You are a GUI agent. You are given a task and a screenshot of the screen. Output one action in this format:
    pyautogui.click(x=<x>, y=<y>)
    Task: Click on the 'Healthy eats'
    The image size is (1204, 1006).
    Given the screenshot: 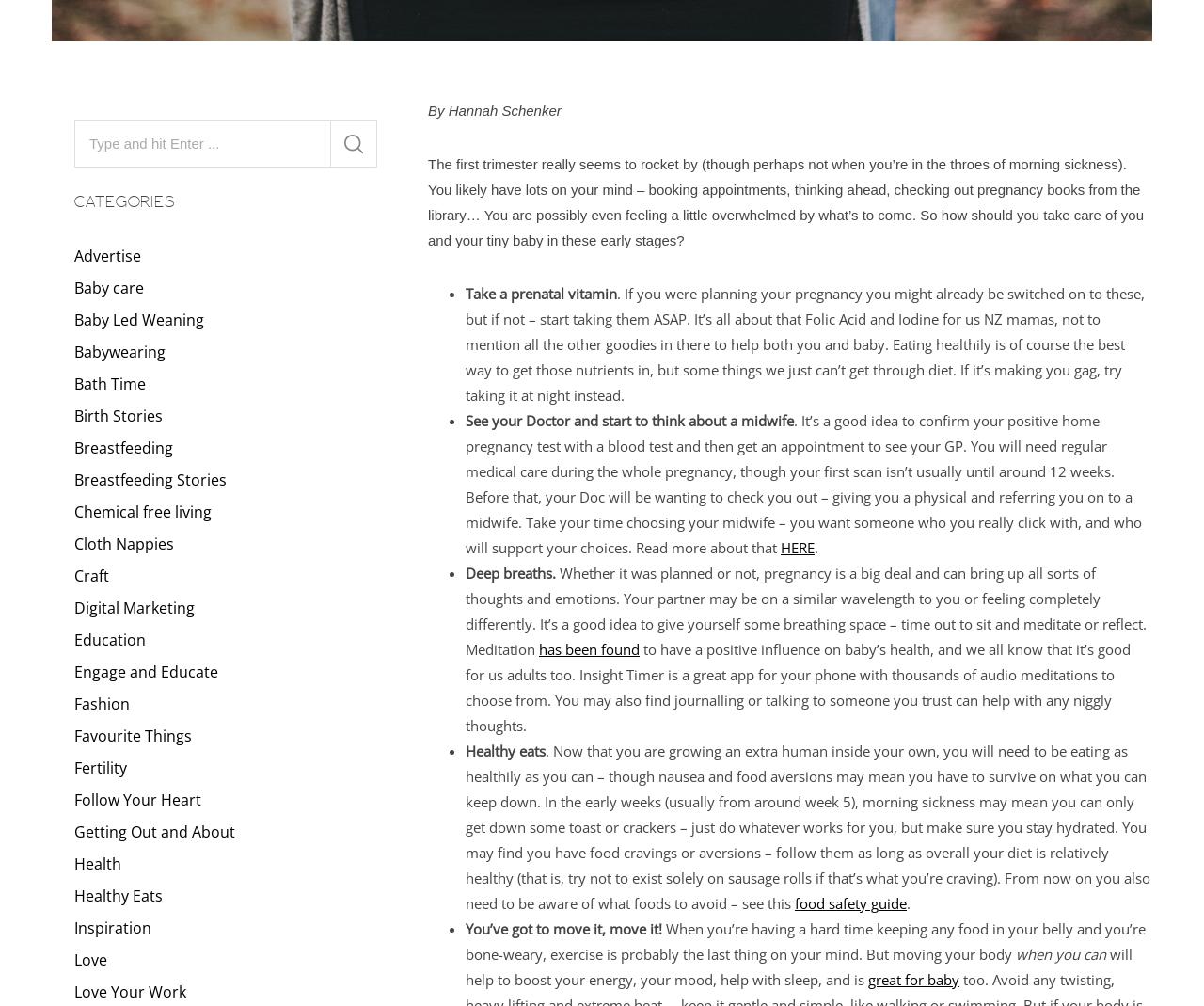 What is the action you would take?
    pyautogui.click(x=505, y=750)
    